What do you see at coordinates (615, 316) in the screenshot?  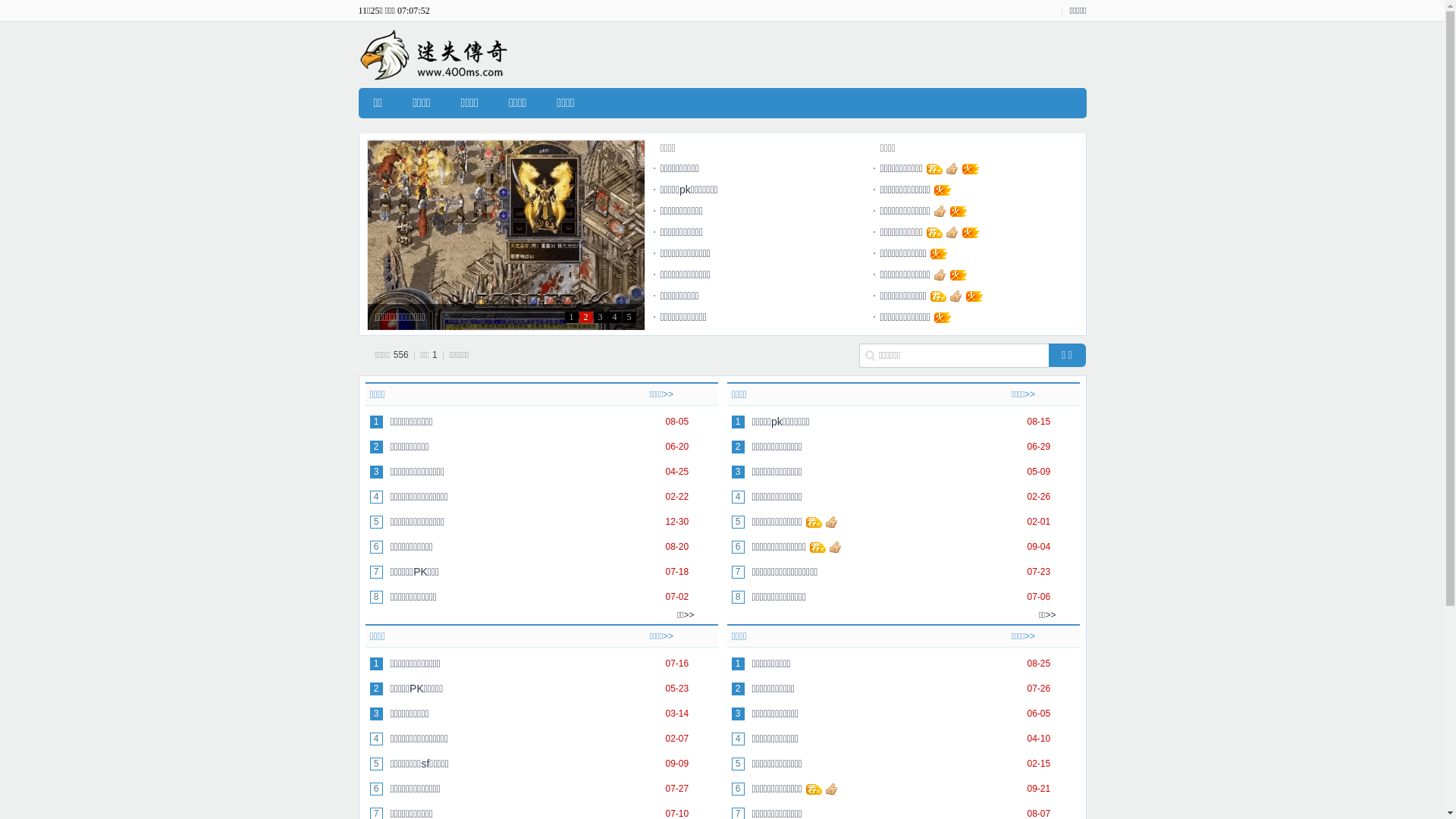 I see `'4'` at bounding box center [615, 316].